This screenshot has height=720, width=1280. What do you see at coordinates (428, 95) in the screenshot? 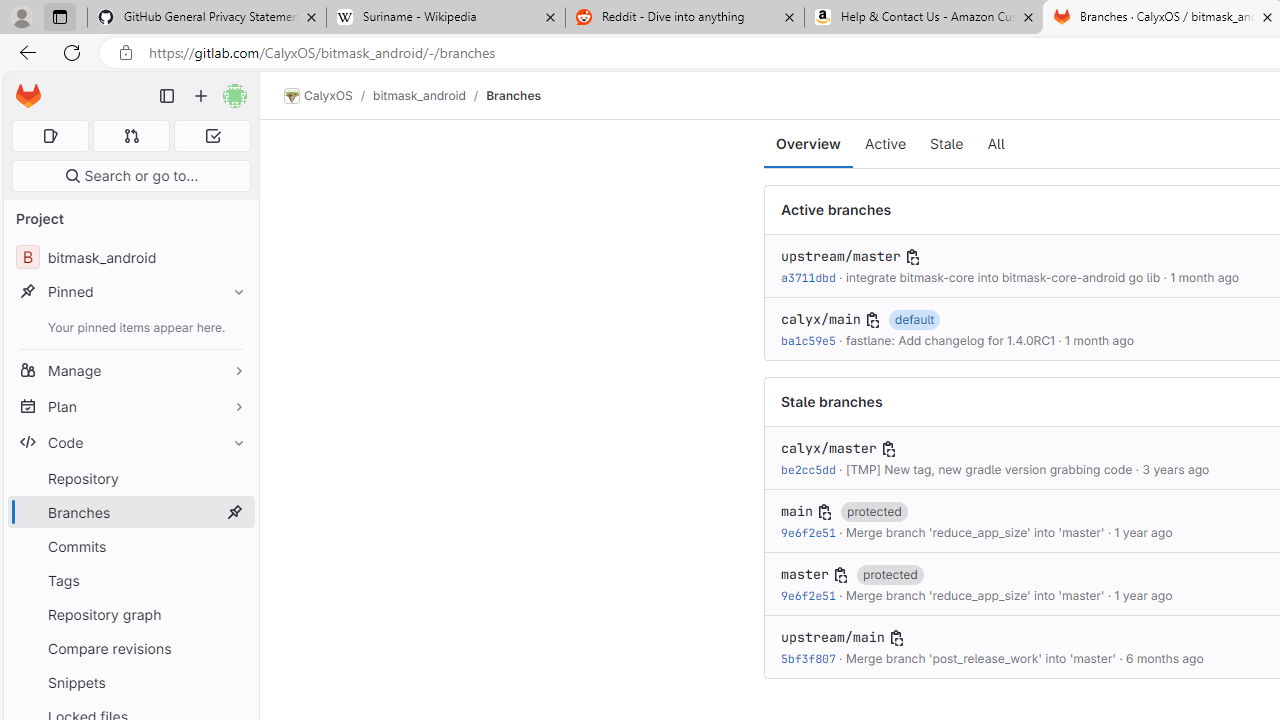
I see `'bitmask_android/'` at bounding box center [428, 95].